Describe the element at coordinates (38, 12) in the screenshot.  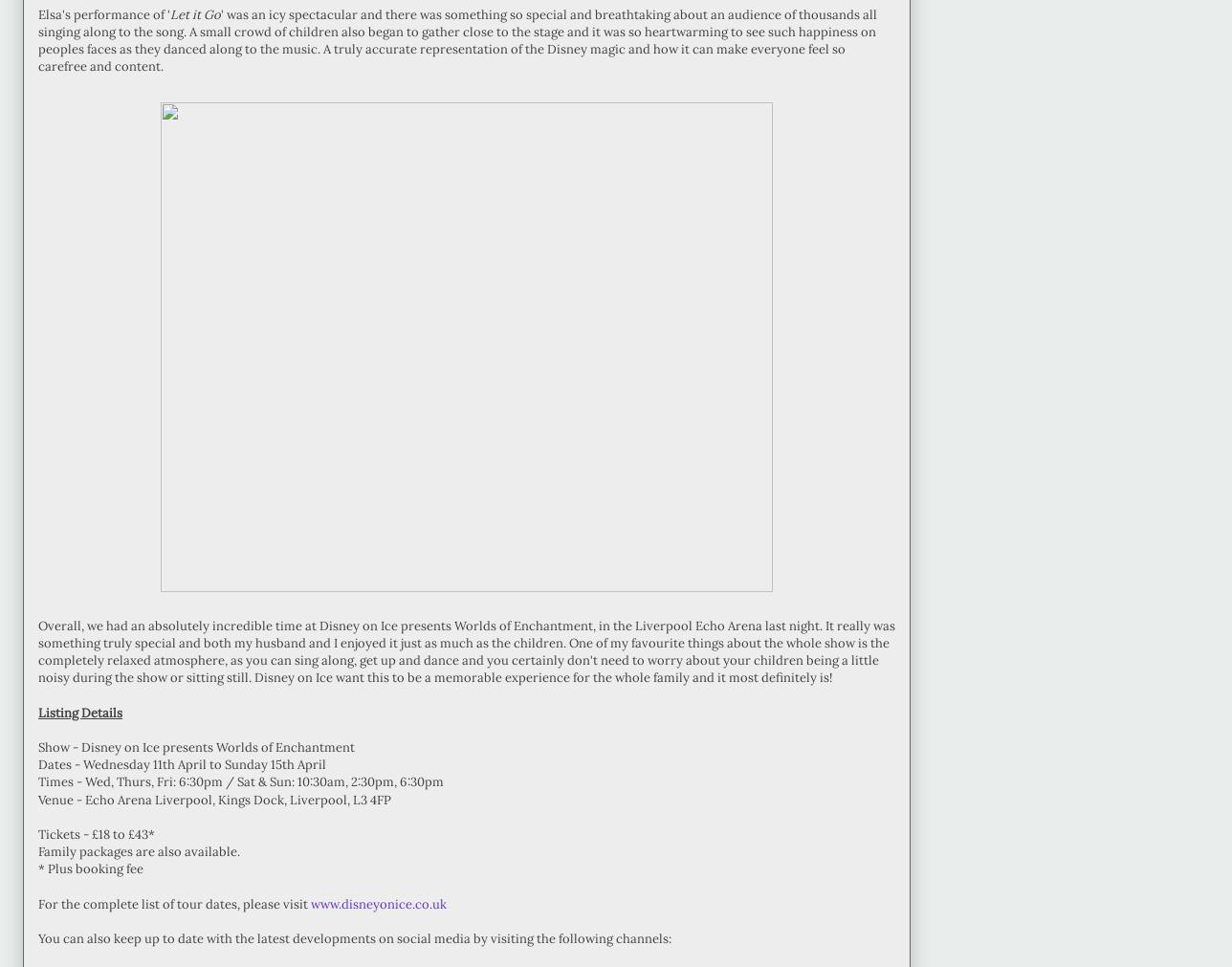
I see `'Elsa's performance of ''` at that location.